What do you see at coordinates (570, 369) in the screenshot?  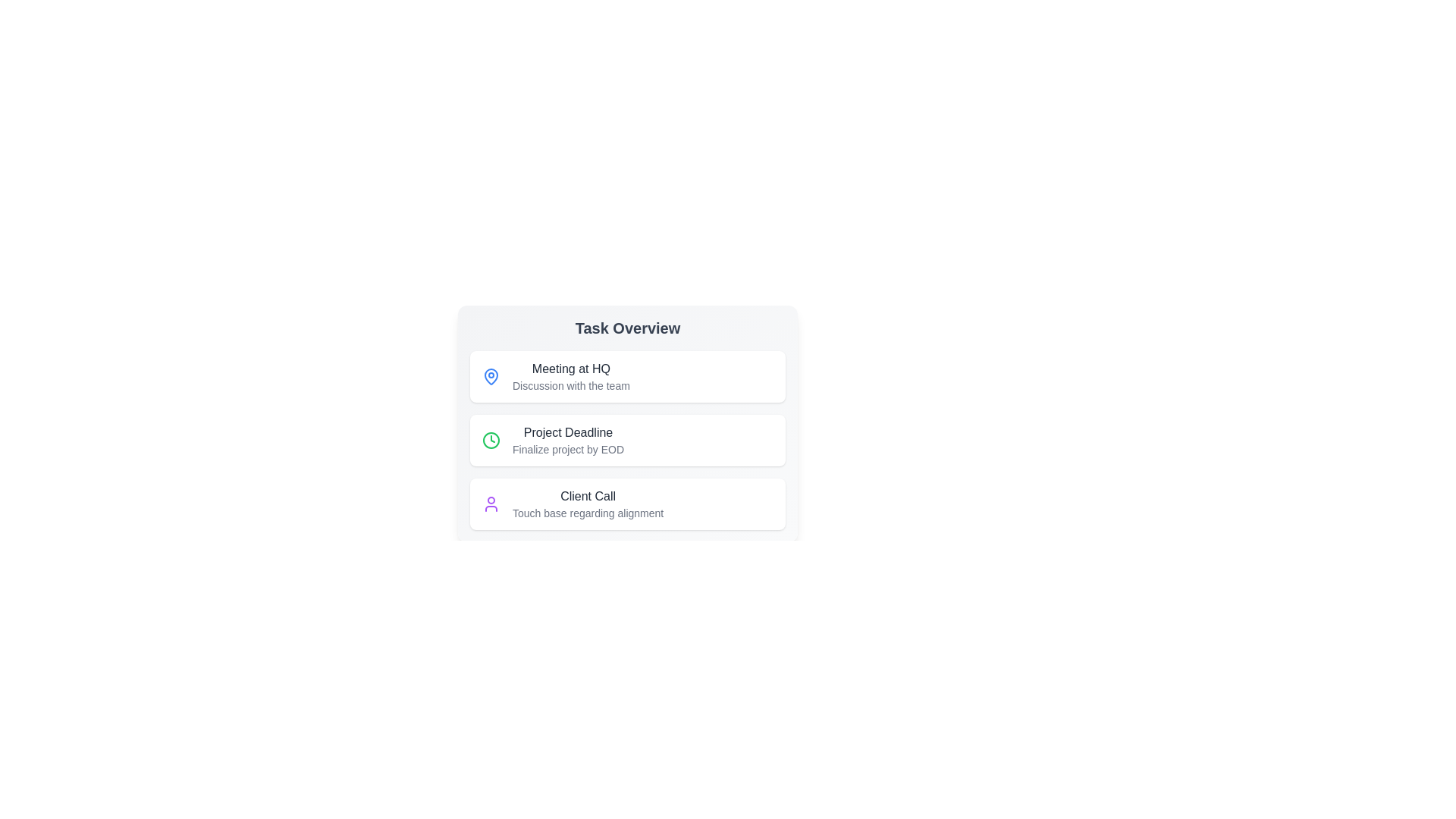 I see `the title of the task 'Meeting at HQ' to edit or expand it` at bounding box center [570, 369].